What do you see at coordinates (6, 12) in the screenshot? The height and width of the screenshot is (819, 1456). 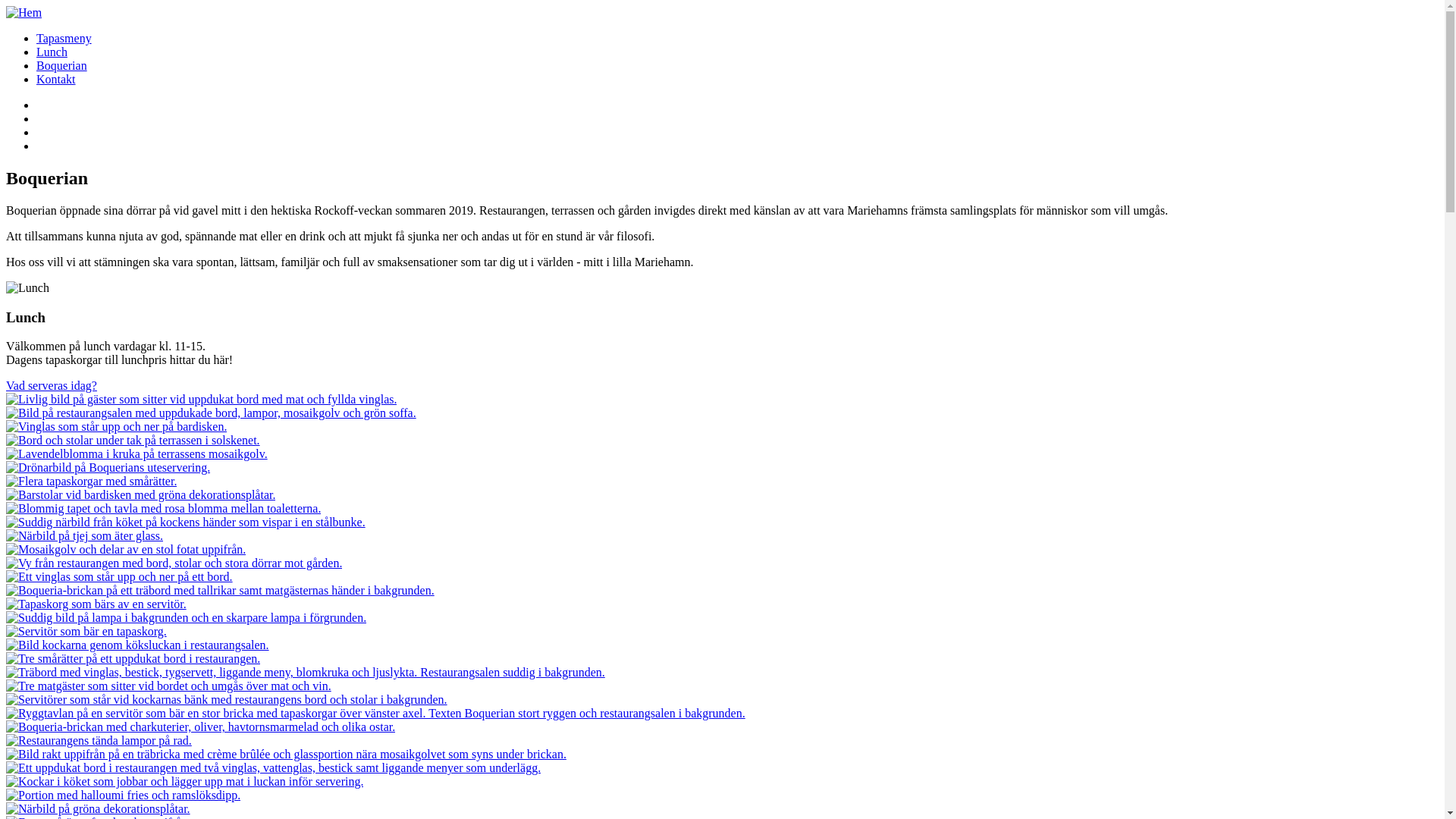 I see `'Hem'` at bounding box center [6, 12].